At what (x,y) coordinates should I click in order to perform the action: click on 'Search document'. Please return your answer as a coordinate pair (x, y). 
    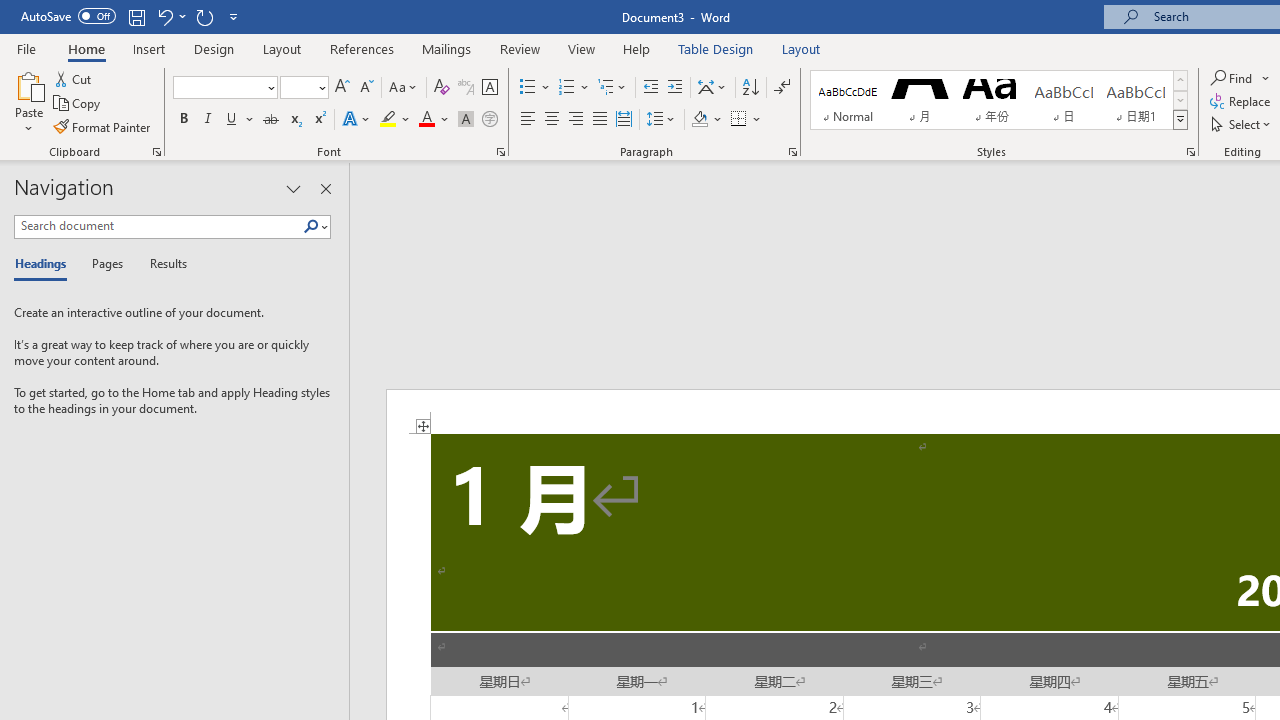
    Looking at the image, I should click on (157, 225).